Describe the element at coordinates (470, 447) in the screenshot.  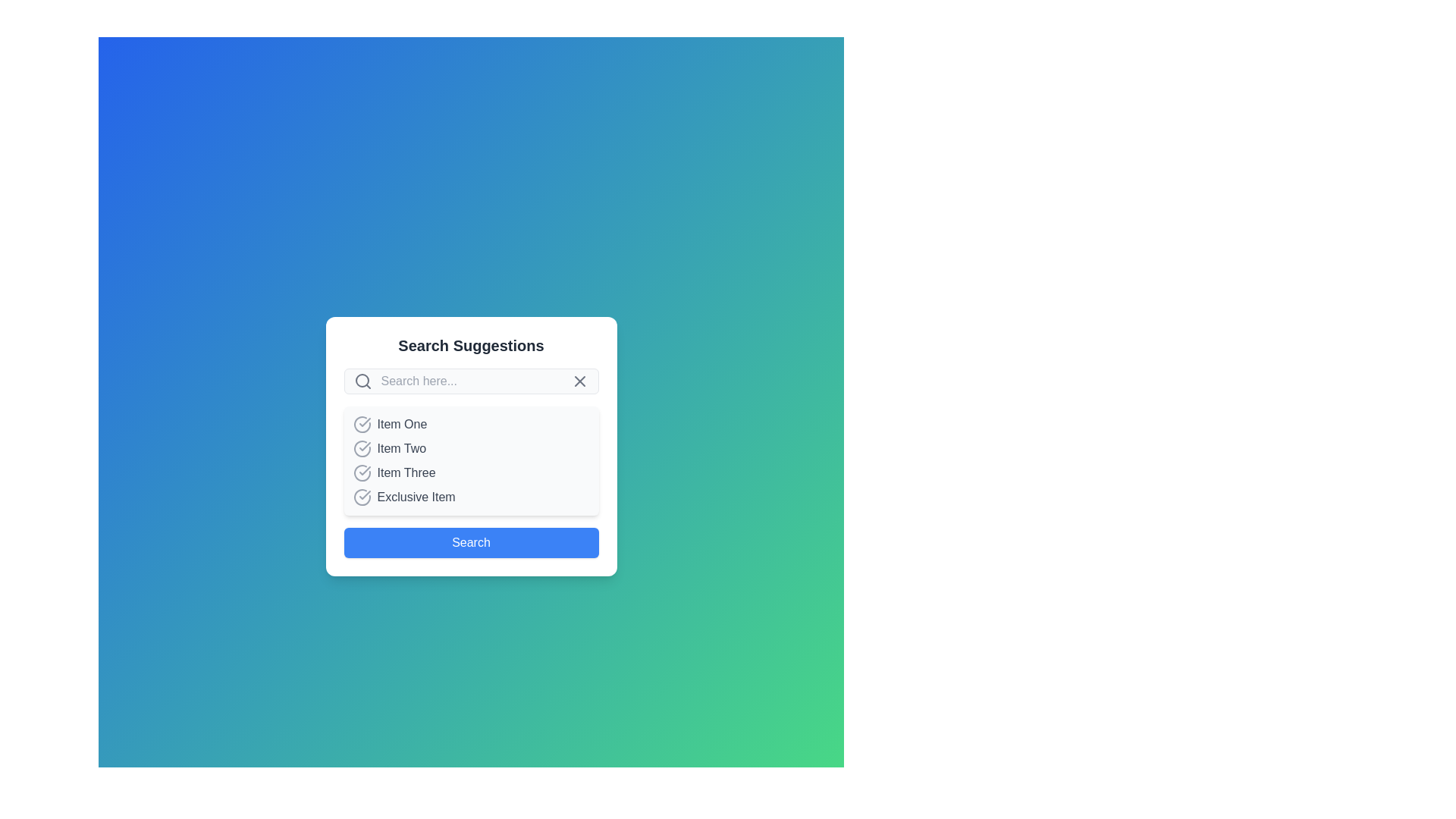
I see `the second item in the selectable list, which is located directly below 'Item One' and above 'Item Three'` at that location.